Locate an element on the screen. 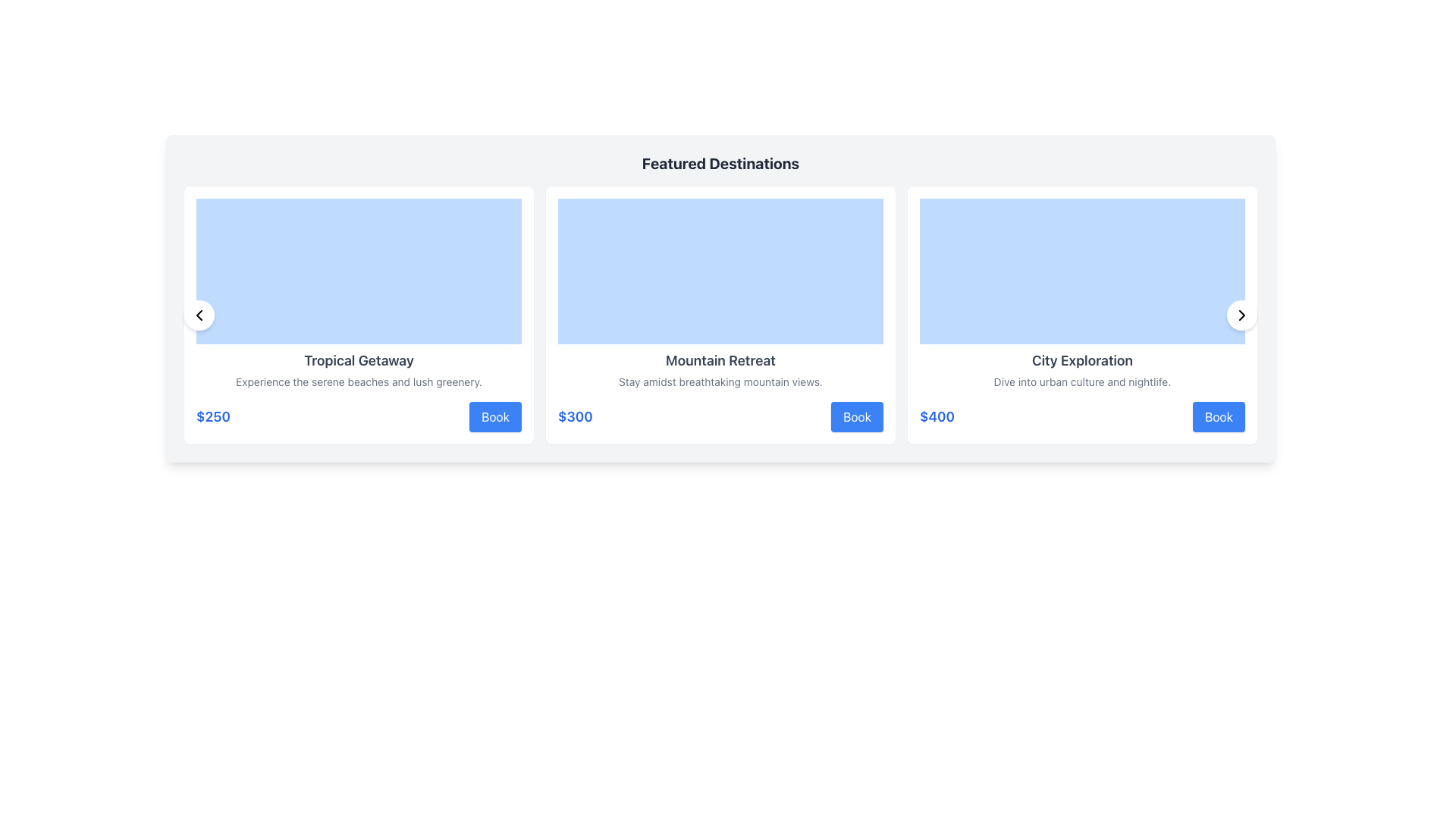 Image resolution: width=1456 pixels, height=819 pixels. the 'Book' button with a blue background and white text located beneath the '$400' label in the third card section under 'Featured Destinations' is located at coordinates (1219, 417).